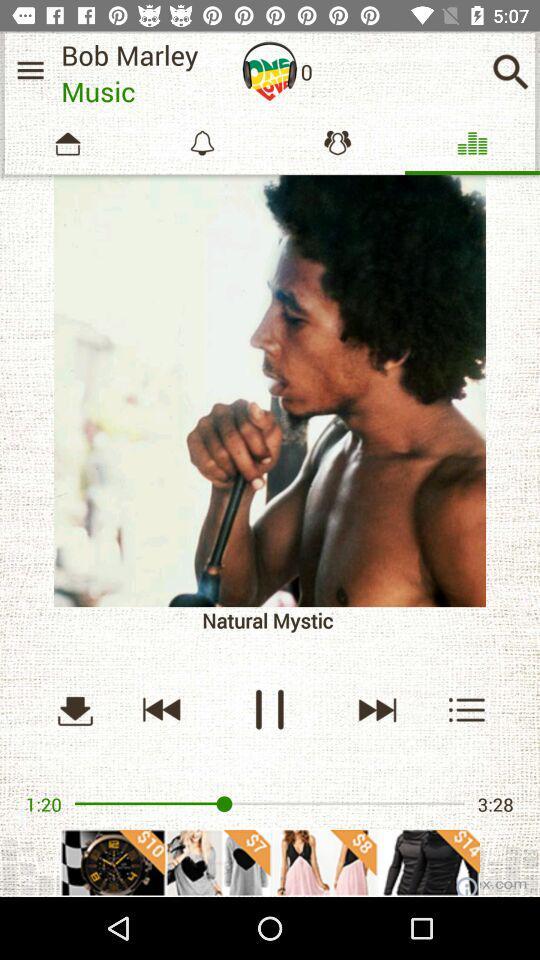 The width and height of the screenshot is (540, 960). What do you see at coordinates (467, 709) in the screenshot?
I see `the playlist` at bounding box center [467, 709].